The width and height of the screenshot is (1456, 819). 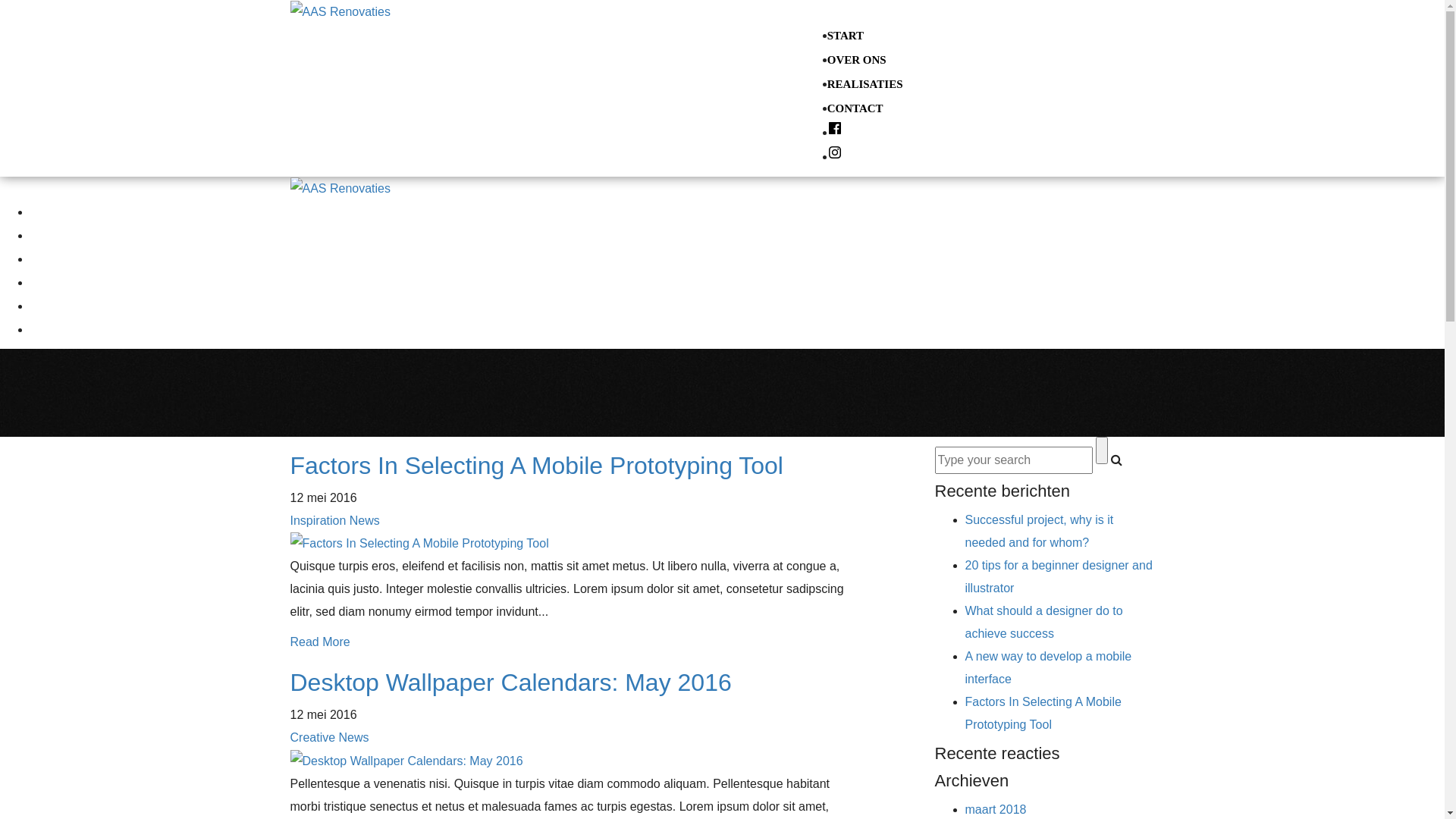 What do you see at coordinates (865, 84) in the screenshot?
I see `'REALISATIES'` at bounding box center [865, 84].